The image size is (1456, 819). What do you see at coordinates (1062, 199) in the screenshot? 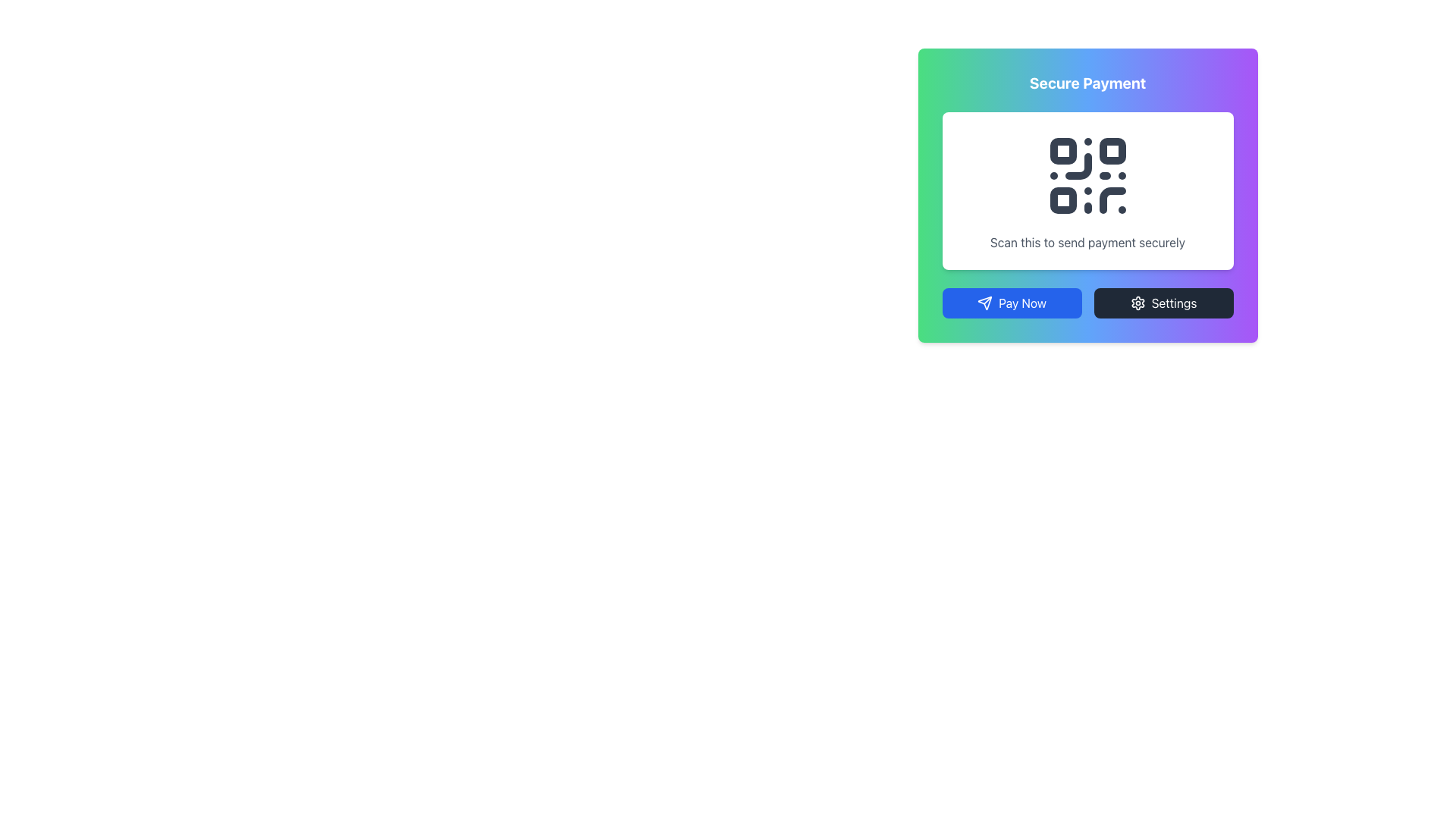
I see `the small square with rounded corners located in the bottom-left corner of the QR code pattern on the panel with a gradient background` at bounding box center [1062, 199].